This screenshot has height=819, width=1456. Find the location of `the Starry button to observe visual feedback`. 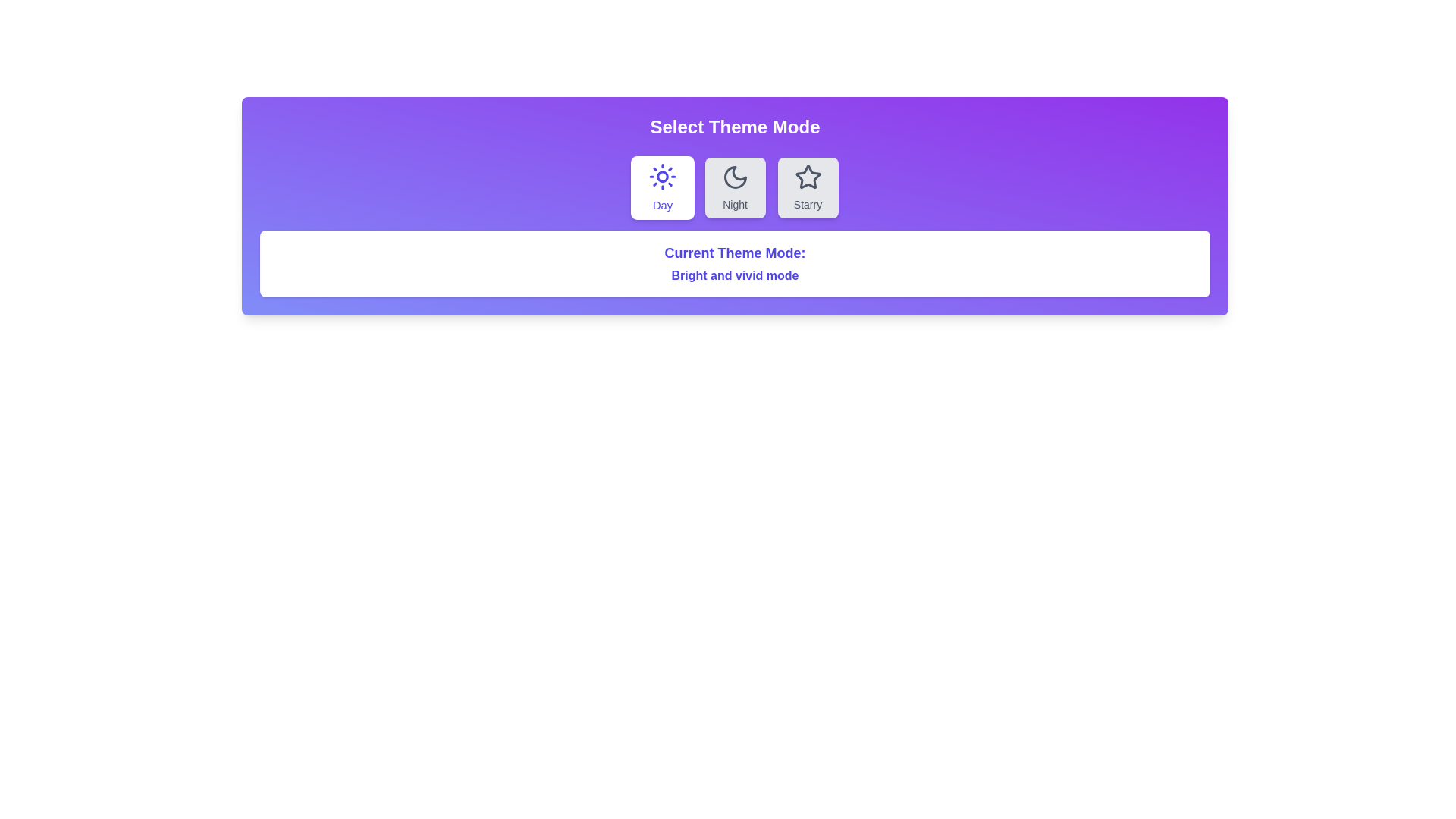

the Starry button to observe visual feedback is located at coordinates (807, 187).